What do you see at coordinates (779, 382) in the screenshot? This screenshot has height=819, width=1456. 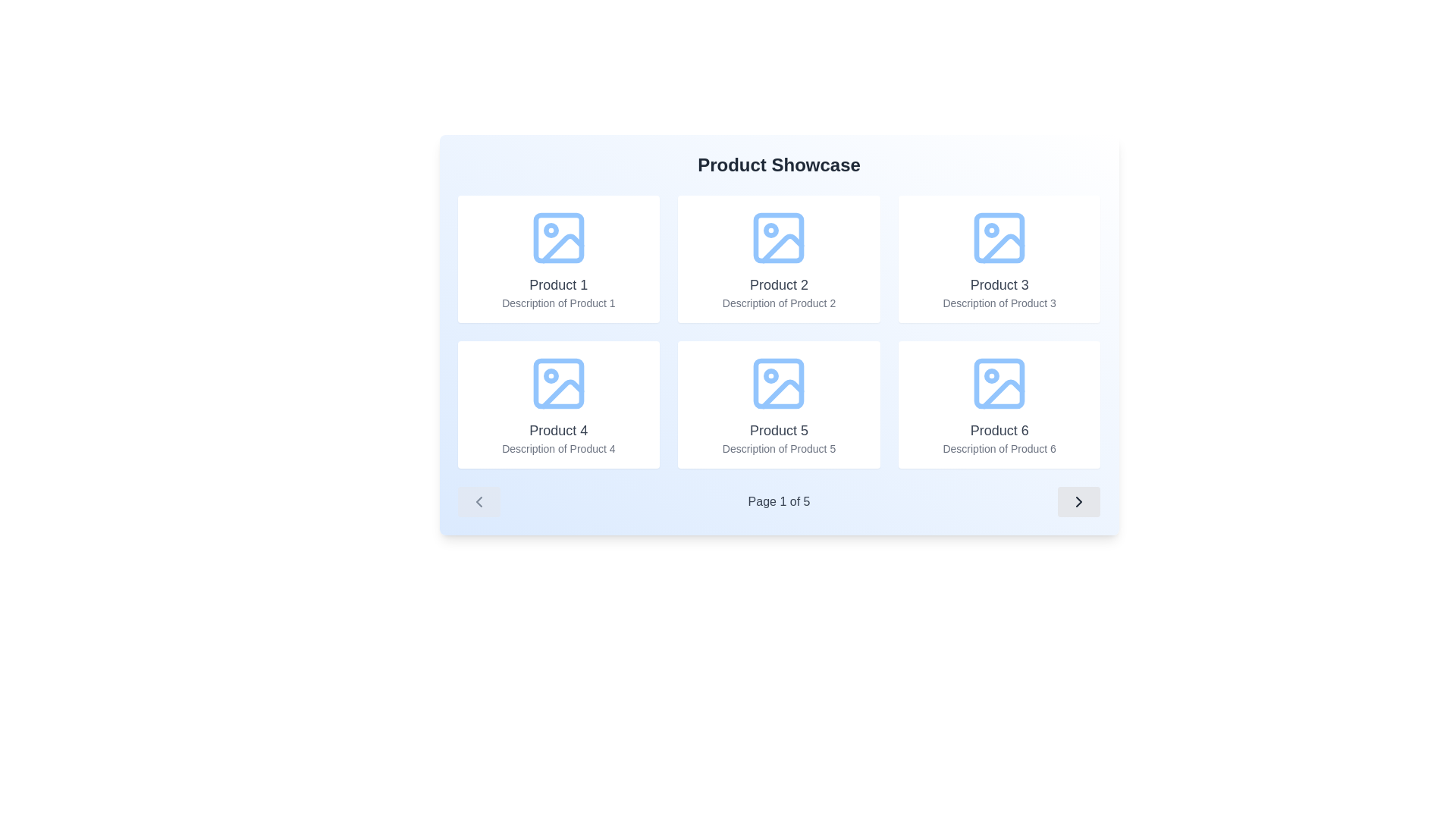 I see `the icon representing 'Product 5' in the 'Product Showcase' section` at bounding box center [779, 382].